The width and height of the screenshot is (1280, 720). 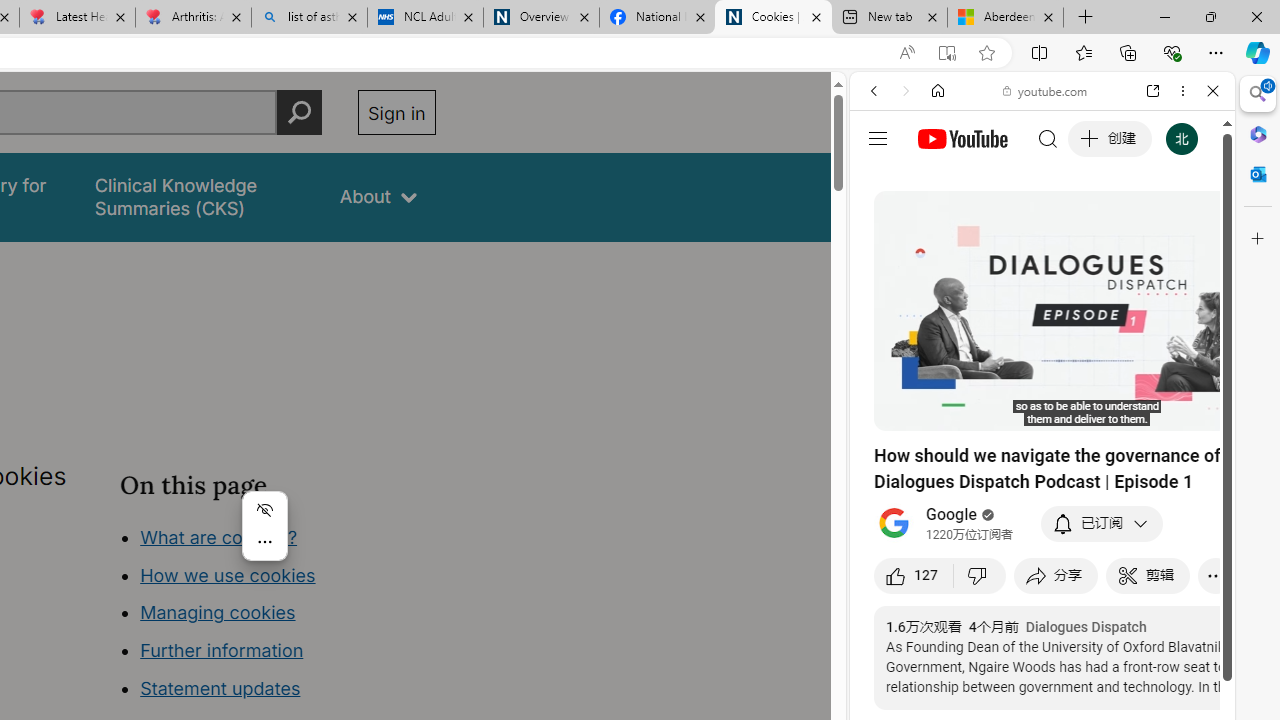 What do you see at coordinates (263, 542) in the screenshot?
I see `'More actions'` at bounding box center [263, 542].